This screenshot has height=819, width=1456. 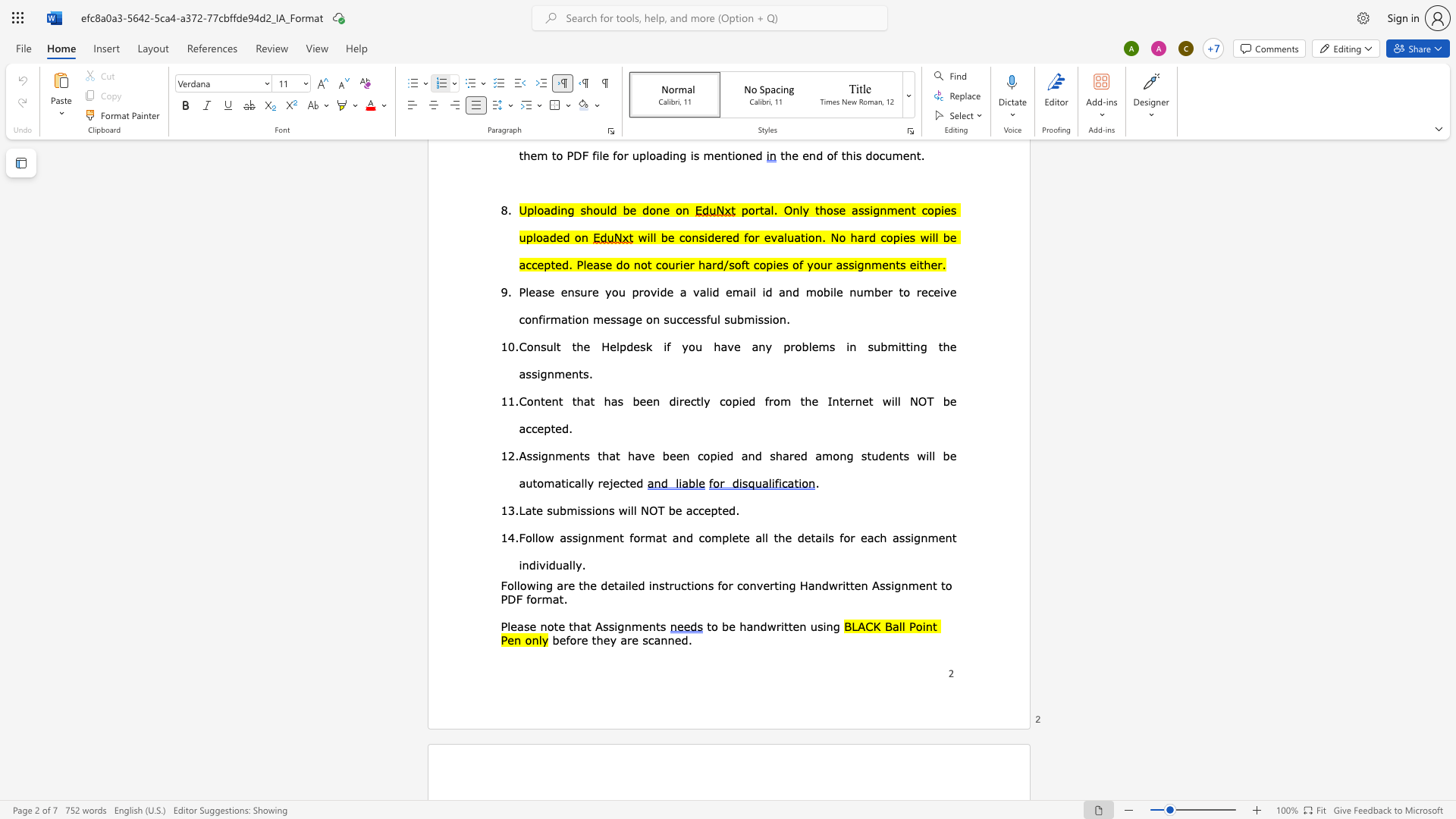 What do you see at coordinates (632, 584) in the screenshot?
I see `the space between the continuous character "l" and "e" in the text` at bounding box center [632, 584].